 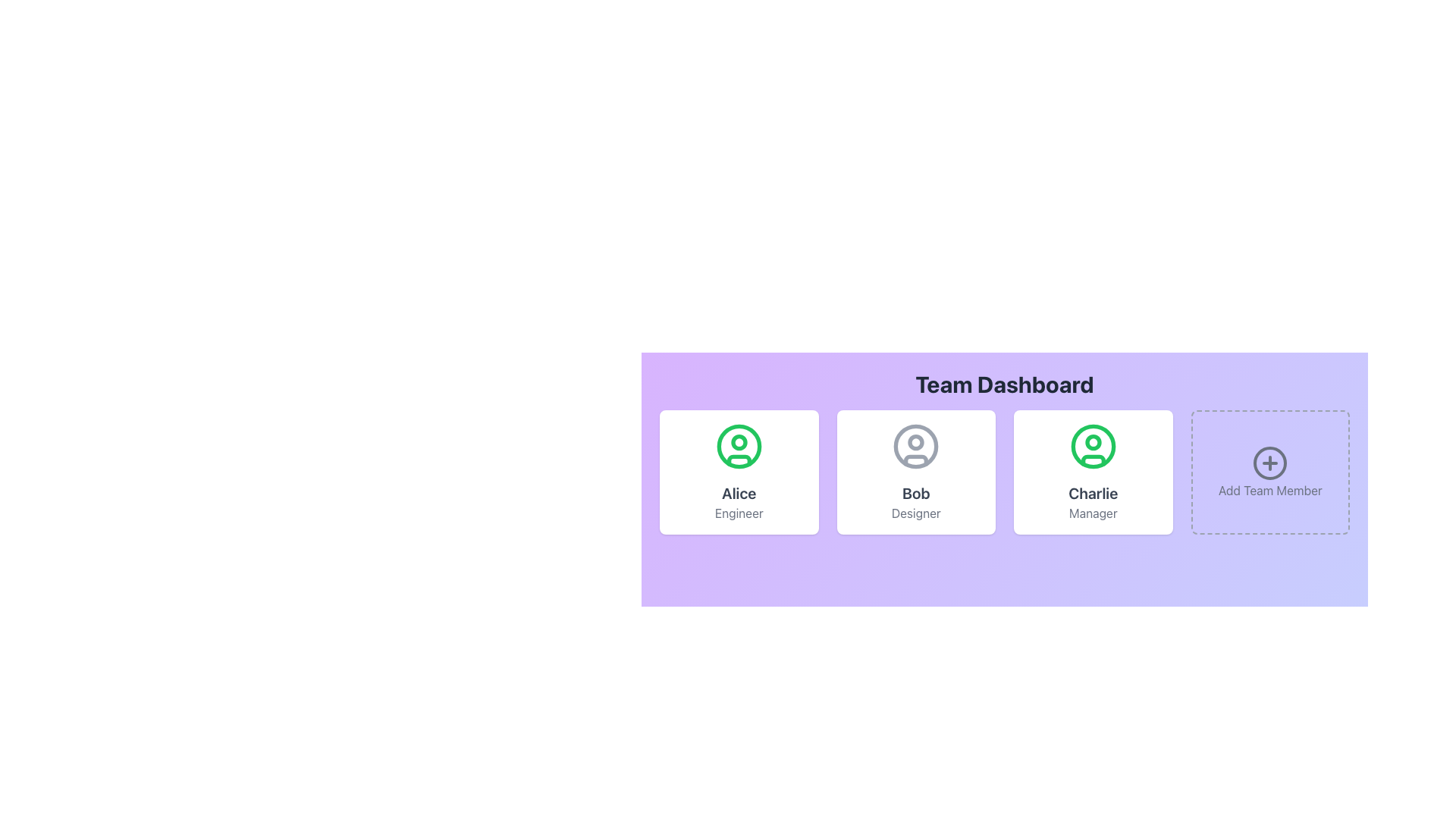 What do you see at coordinates (915, 513) in the screenshot?
I see `the text label displaying 'Designer' in gray, located below the name 'Bob' in the profile card` at bounding box center [915, 513].